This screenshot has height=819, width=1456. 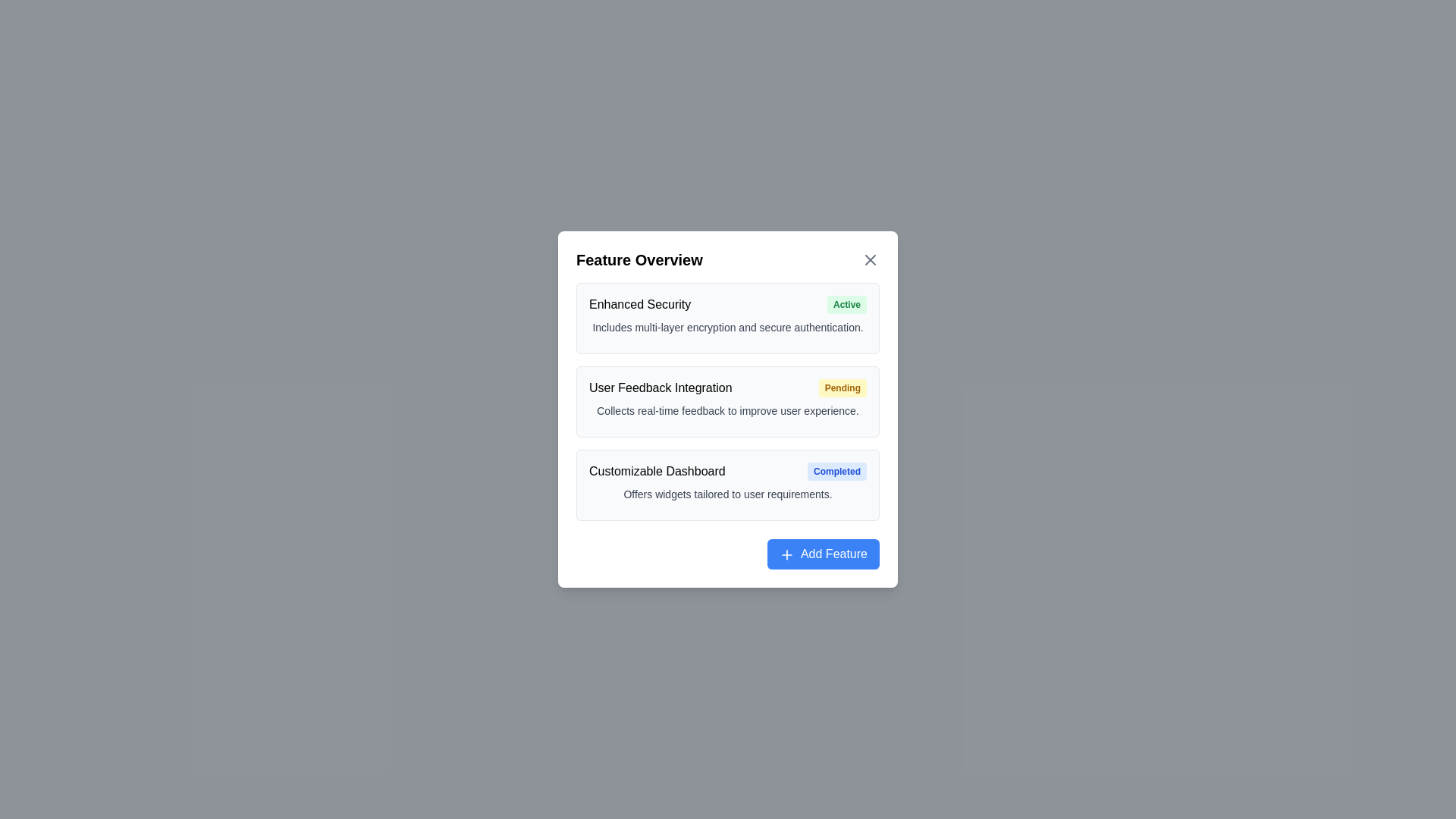 I want to click on short descriptions from the feature cards located in the modal window titled 'Feature Overview', positioned below the modal's title, so click(x=728, y=400).